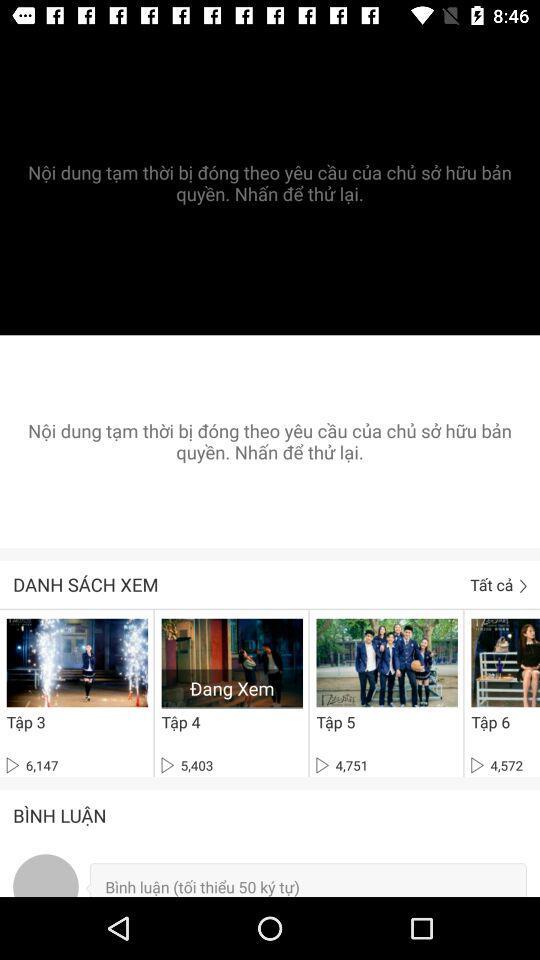 The image size is (540, 960). I want to click on the image which is above 4572 number, so click(504, 662).